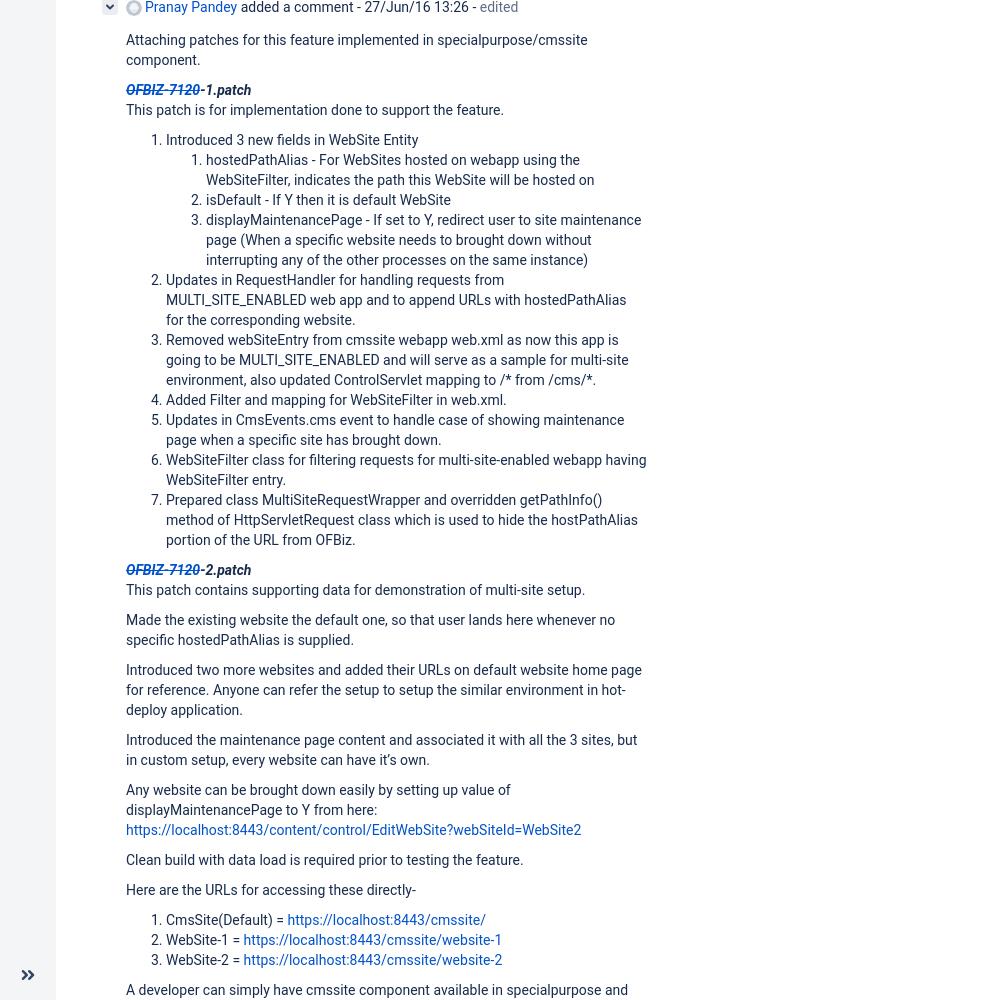  I want to click on 'Added Filter and mapping for WebSiteFilter in web.xml.', so click(335, 399).